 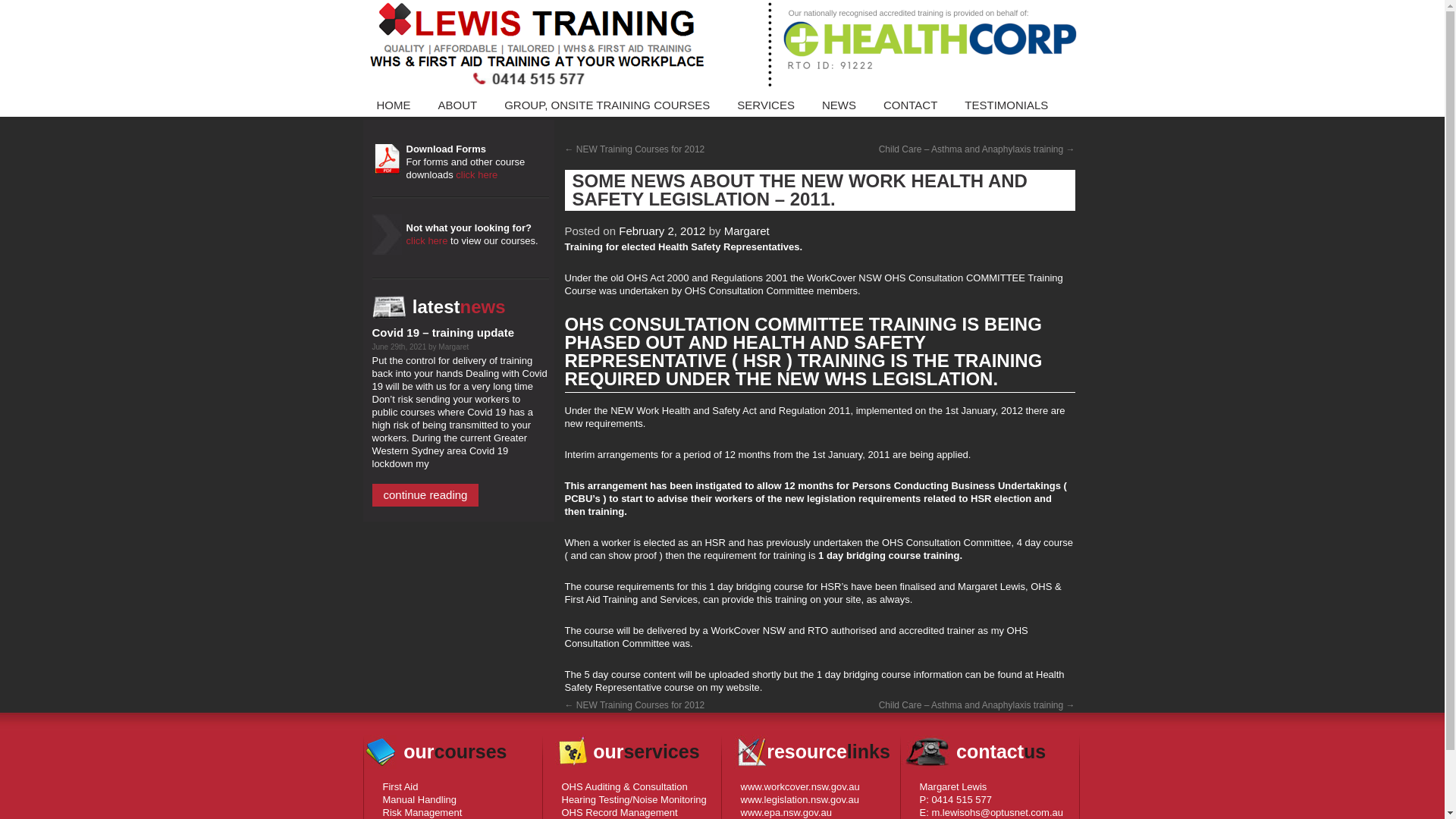 I want to click on 'www.workcover.nsw.gov.au', so click(x=739, y=786).